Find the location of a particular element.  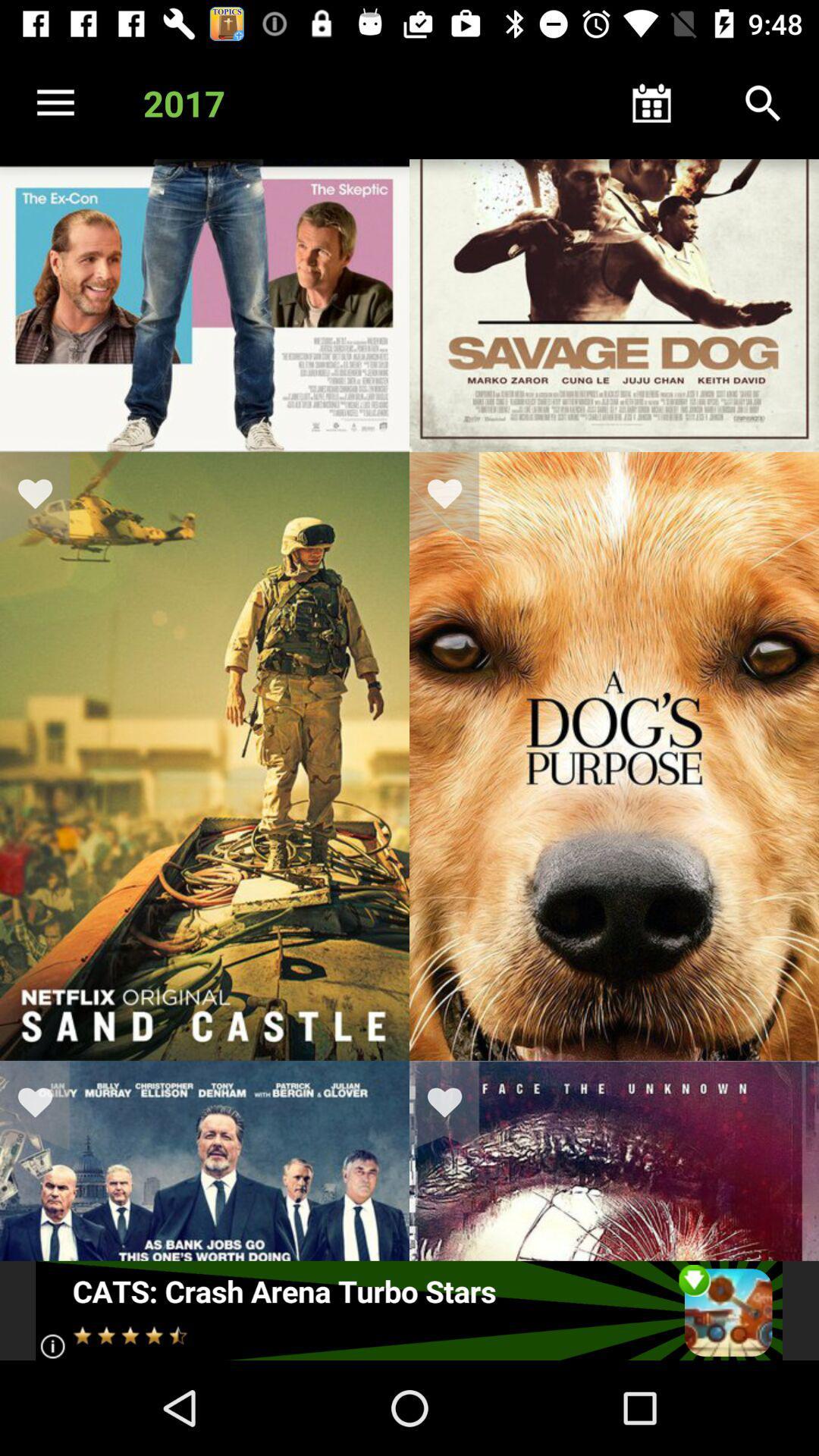

tap to open the advertisement is located at coordinates (408, 1310).